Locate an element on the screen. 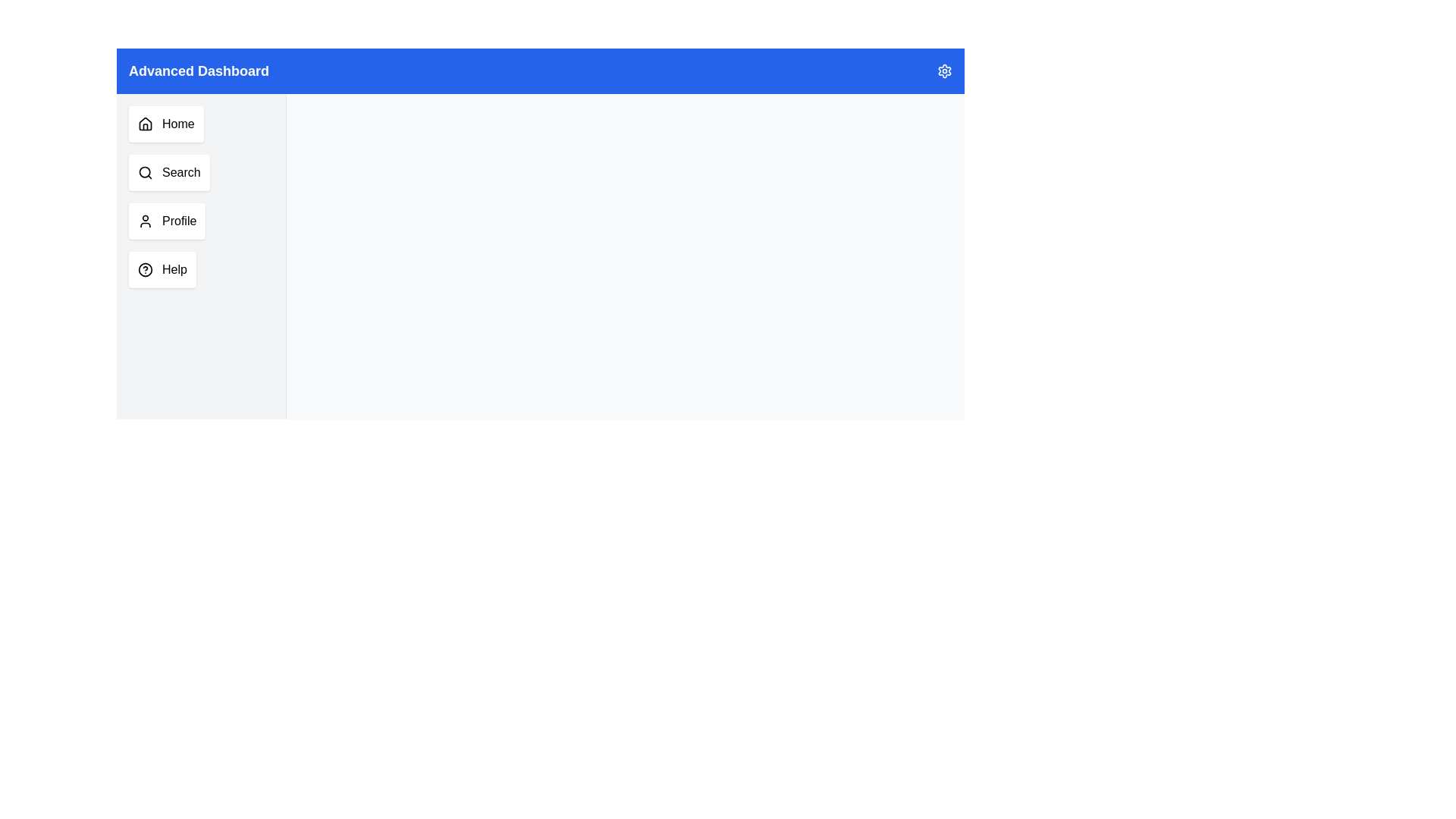 The height and width of the screenshot is (819, 1456). the 'Home' button located at the top of the left-side menu panel is located at coordinates (166, 124).